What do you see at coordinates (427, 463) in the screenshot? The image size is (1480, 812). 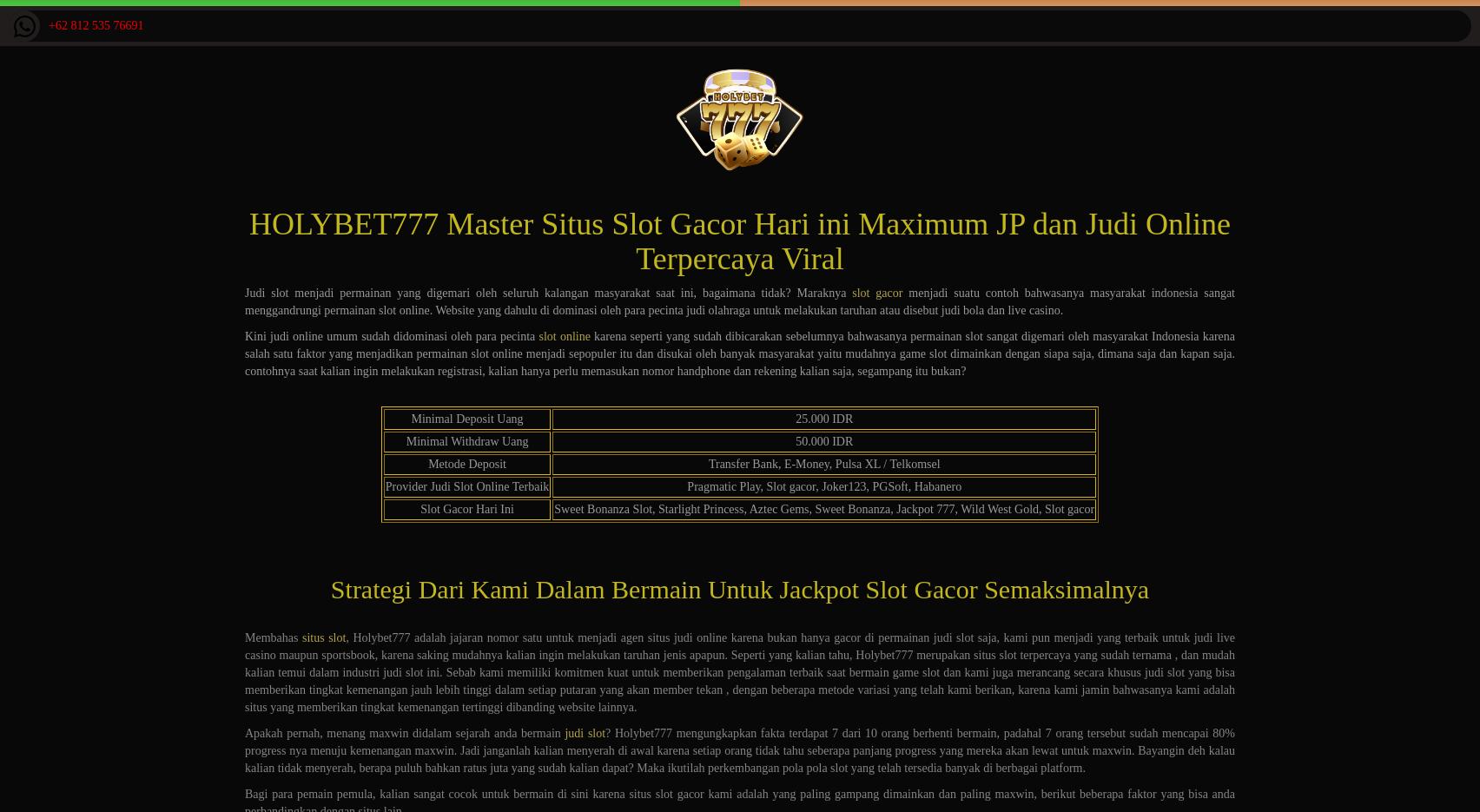 I see `'Metode Deposit'` at bounding box center [427, 463].